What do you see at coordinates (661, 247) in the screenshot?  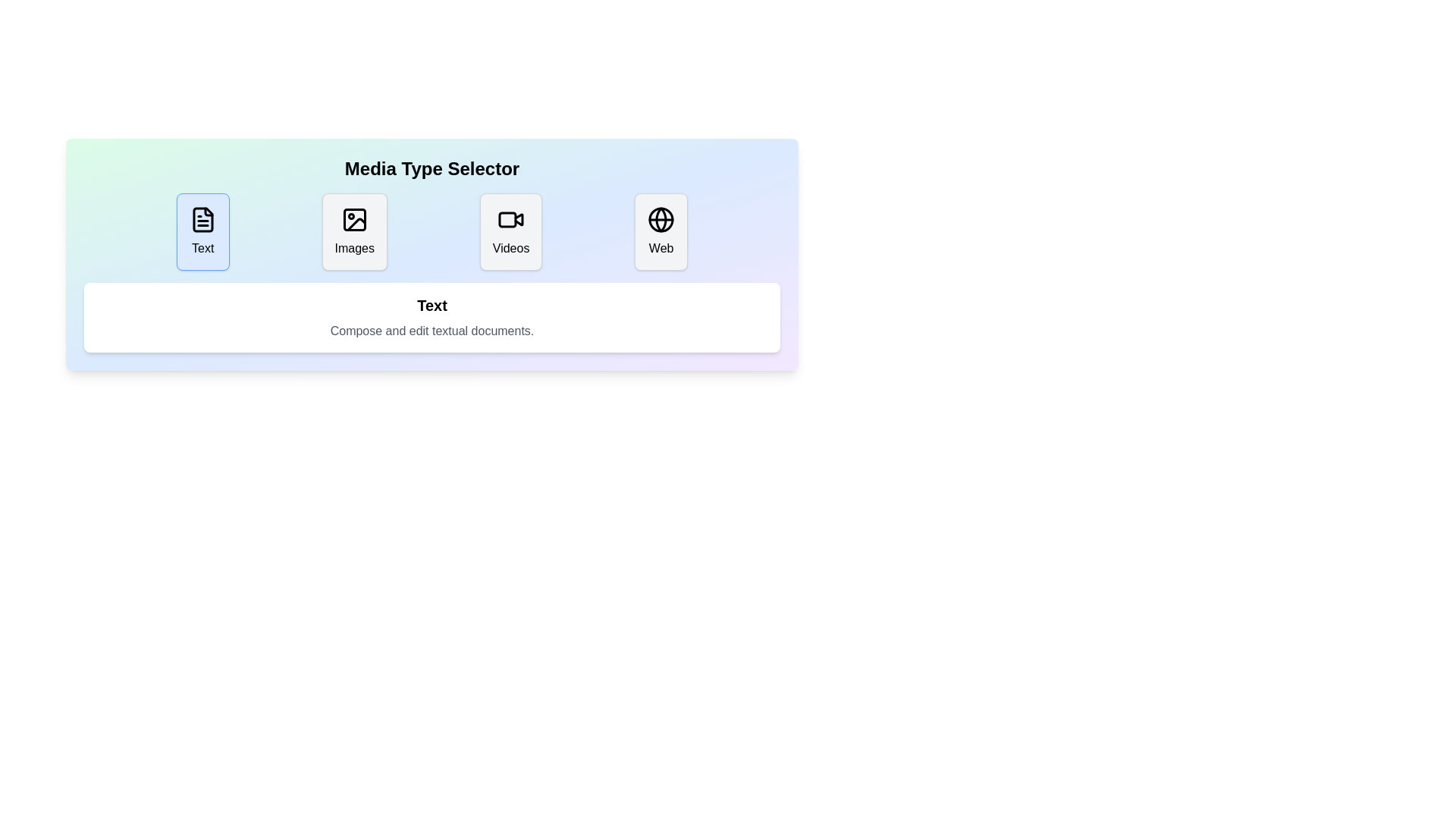 I see `the text label that displays the word 'Web', which is located at the bottom part of a rounded rectangular button with a light gray background, positioned at the rightmost end of a row of similar buttons` at bounding box center [661, 247].